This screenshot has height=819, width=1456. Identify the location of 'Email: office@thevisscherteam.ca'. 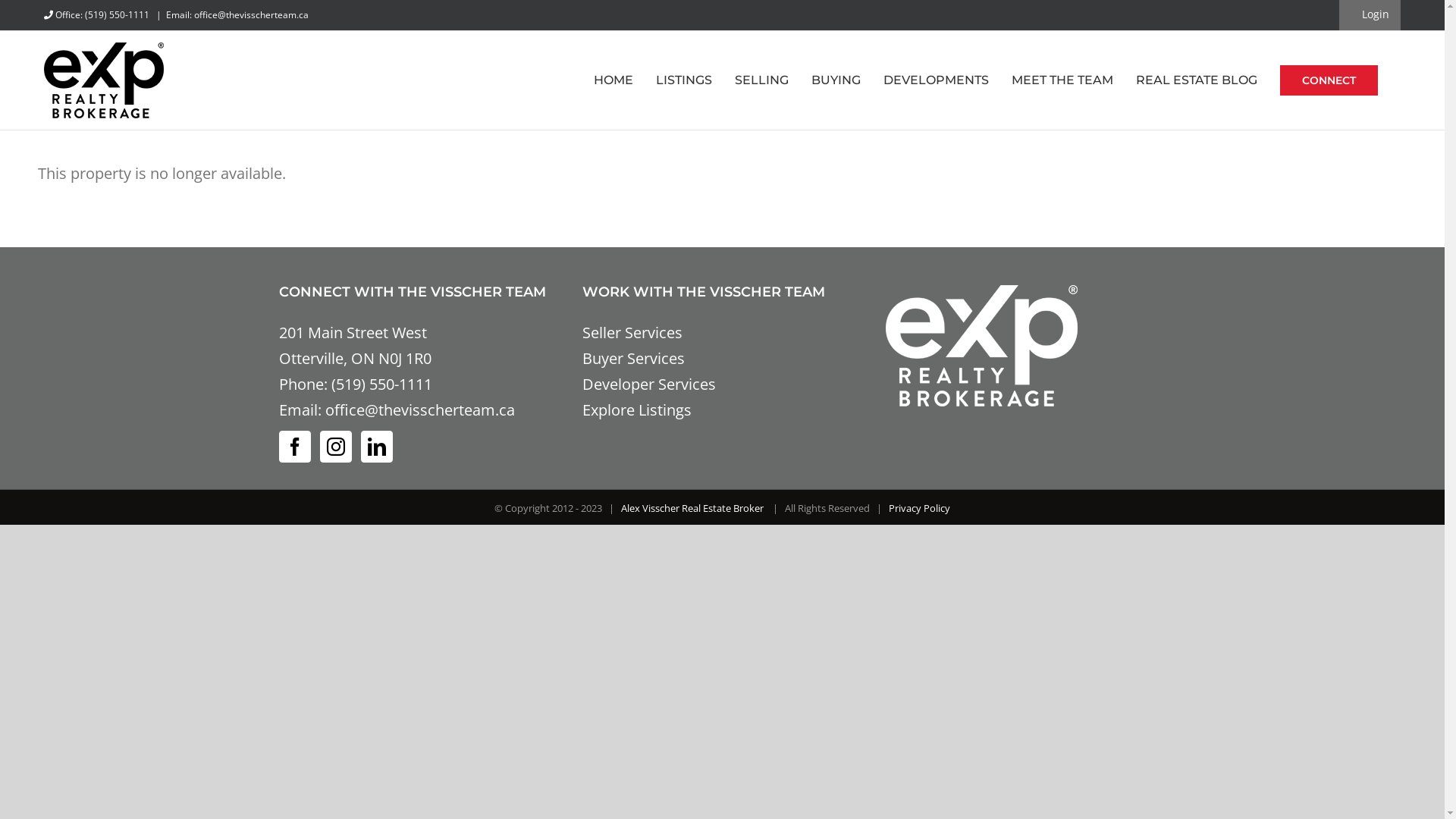
(236, 14).